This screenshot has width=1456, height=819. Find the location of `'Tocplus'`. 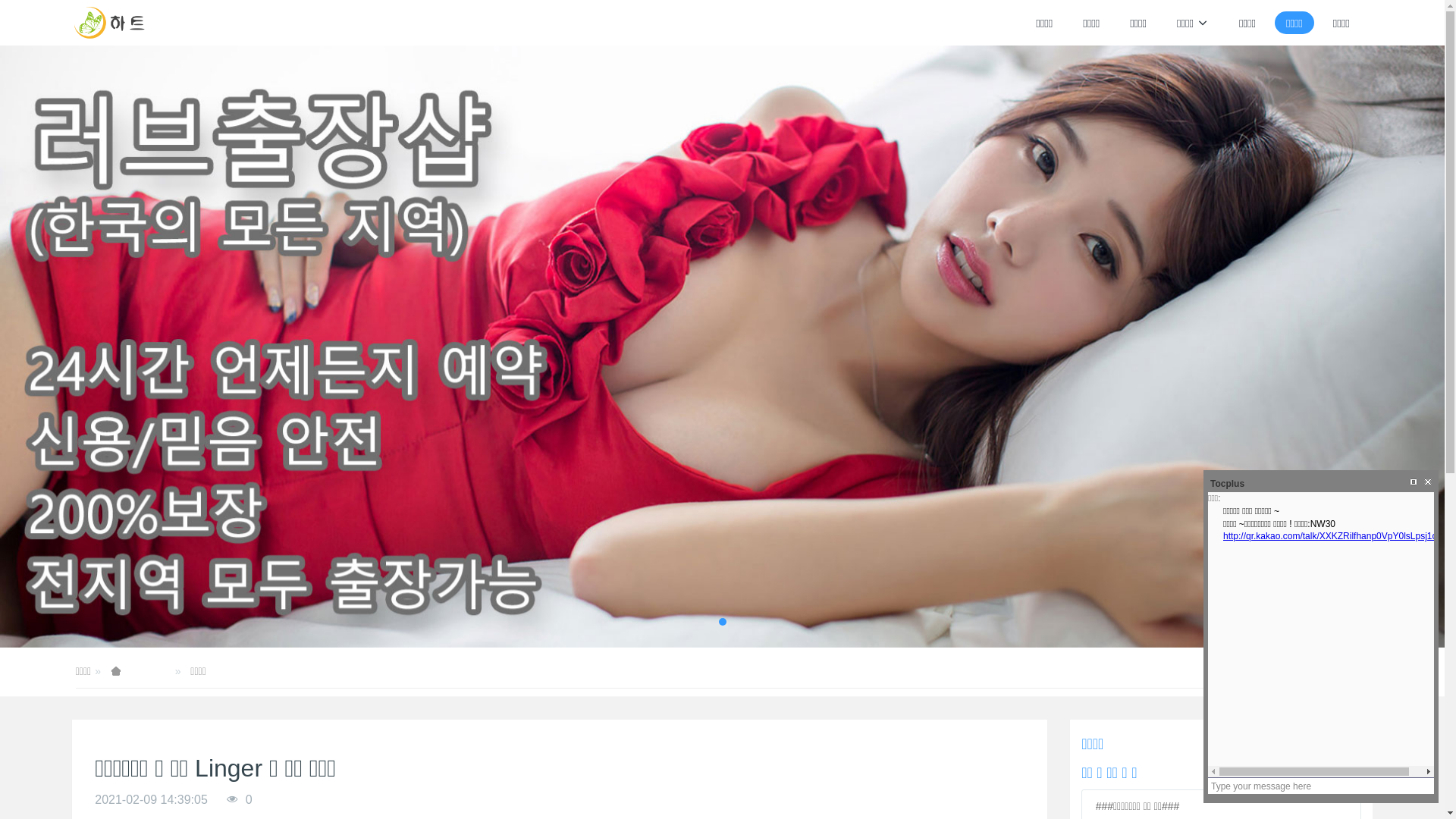

'Tocplus' is located at coordinates (1207, 483).